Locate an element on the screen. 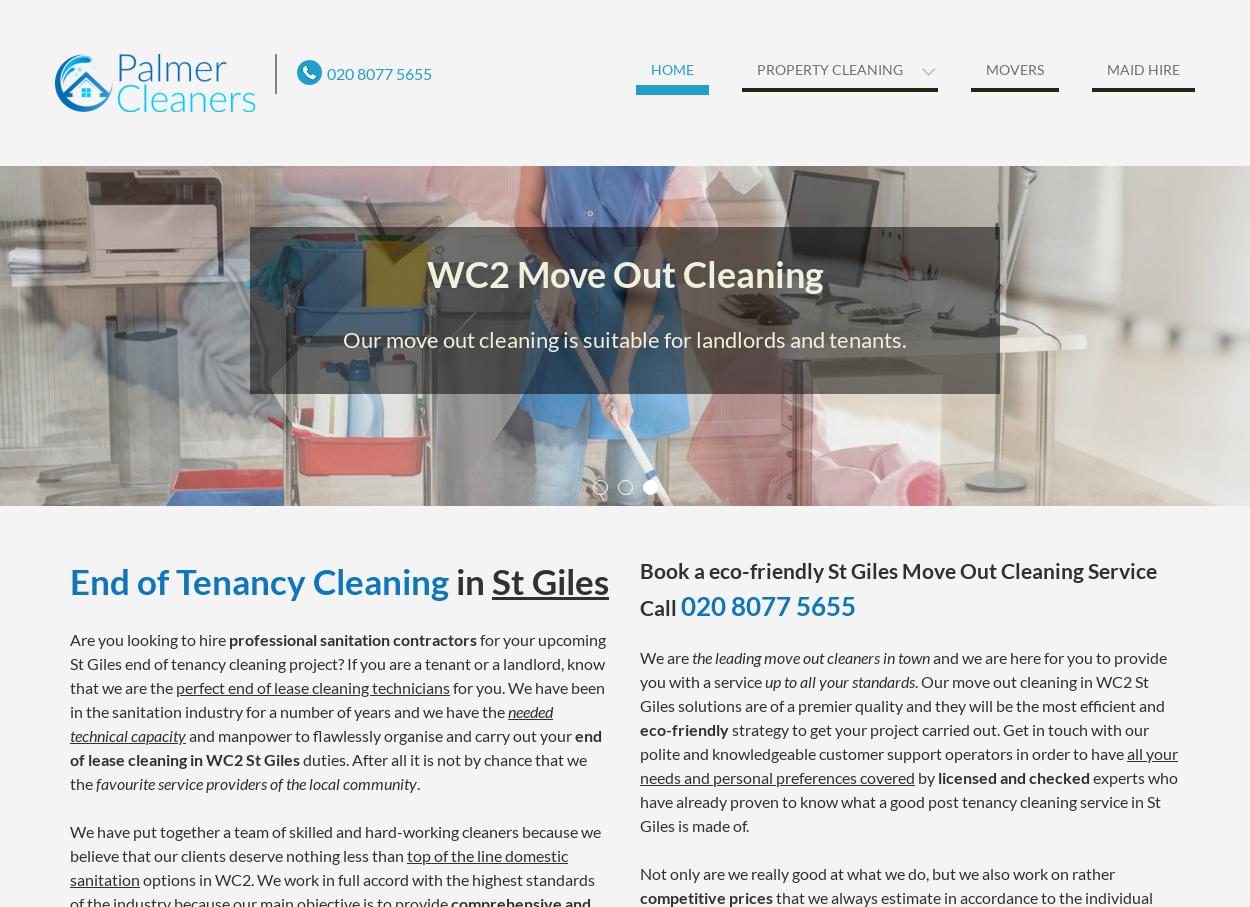  'Maid Hire' is located at coordinates (1143, 69).